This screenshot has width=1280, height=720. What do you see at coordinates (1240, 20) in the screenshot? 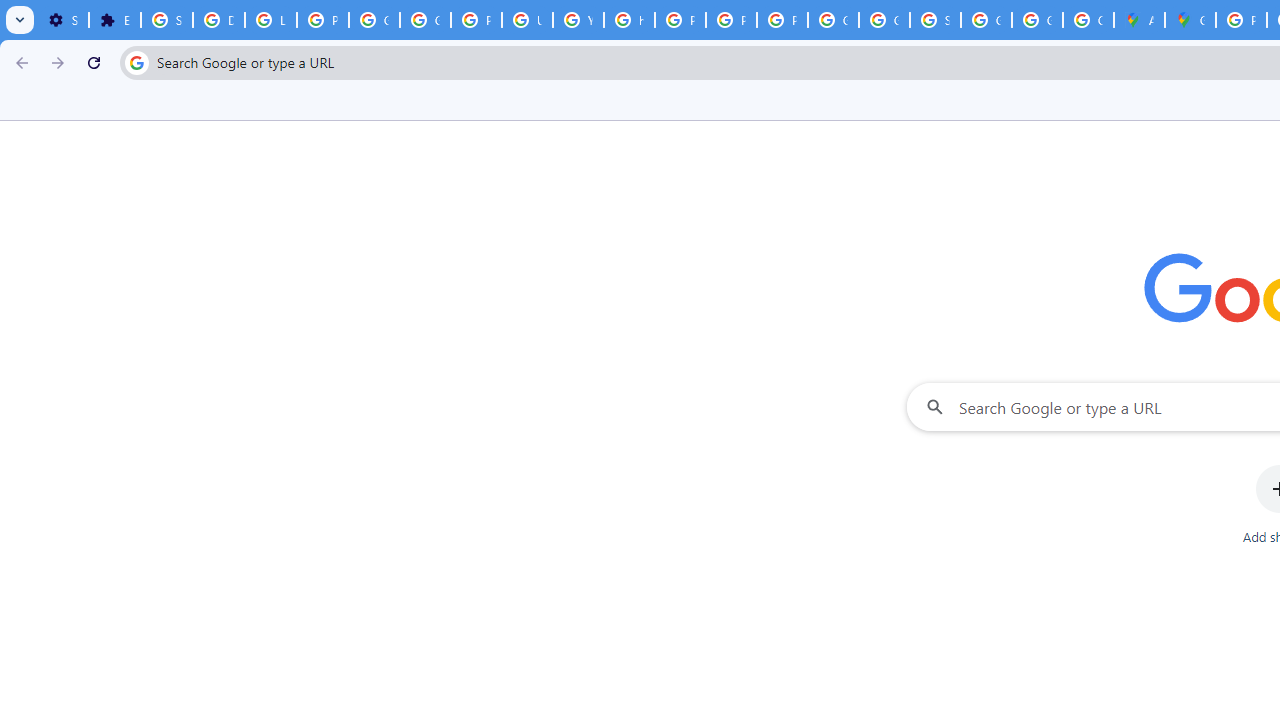
I see `'Policy Accountability and Transparency - Transparency Center'` at bounding box center [1240, 20].